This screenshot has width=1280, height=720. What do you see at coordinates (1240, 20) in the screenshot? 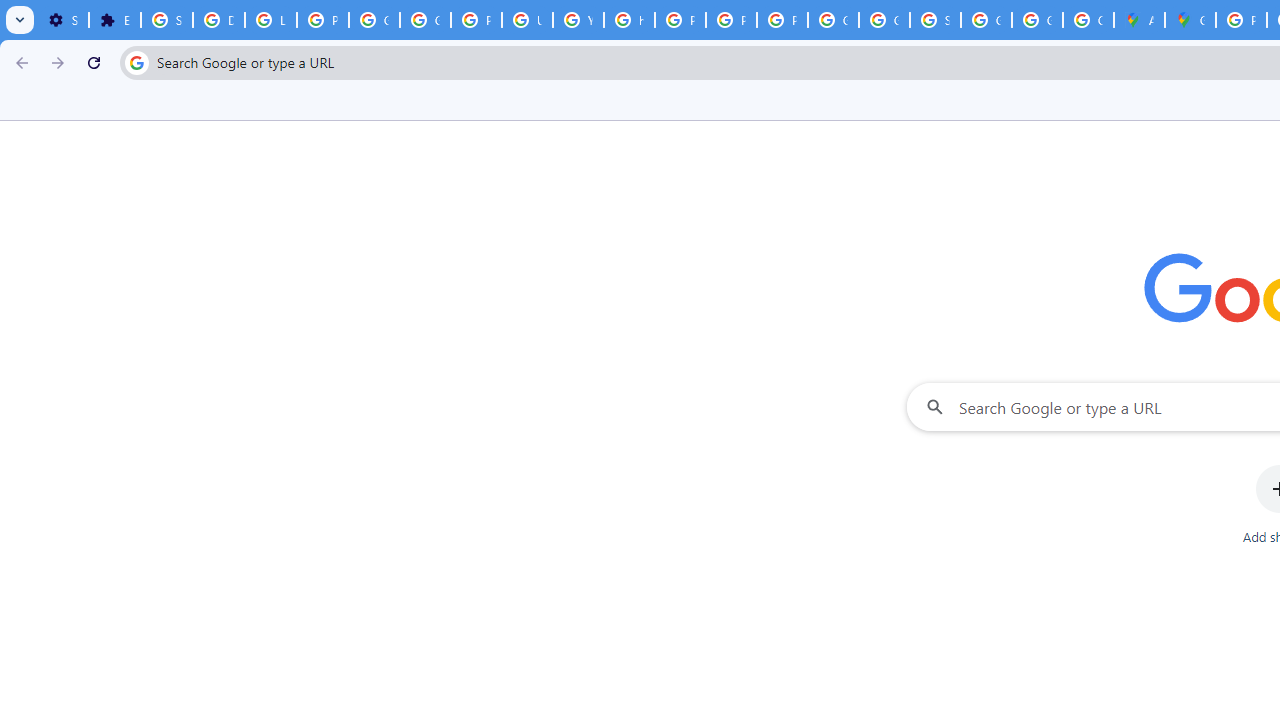
I see `'Policy Accountability and Transparency - Transparency Center'` at bounding box center [1240, 20].